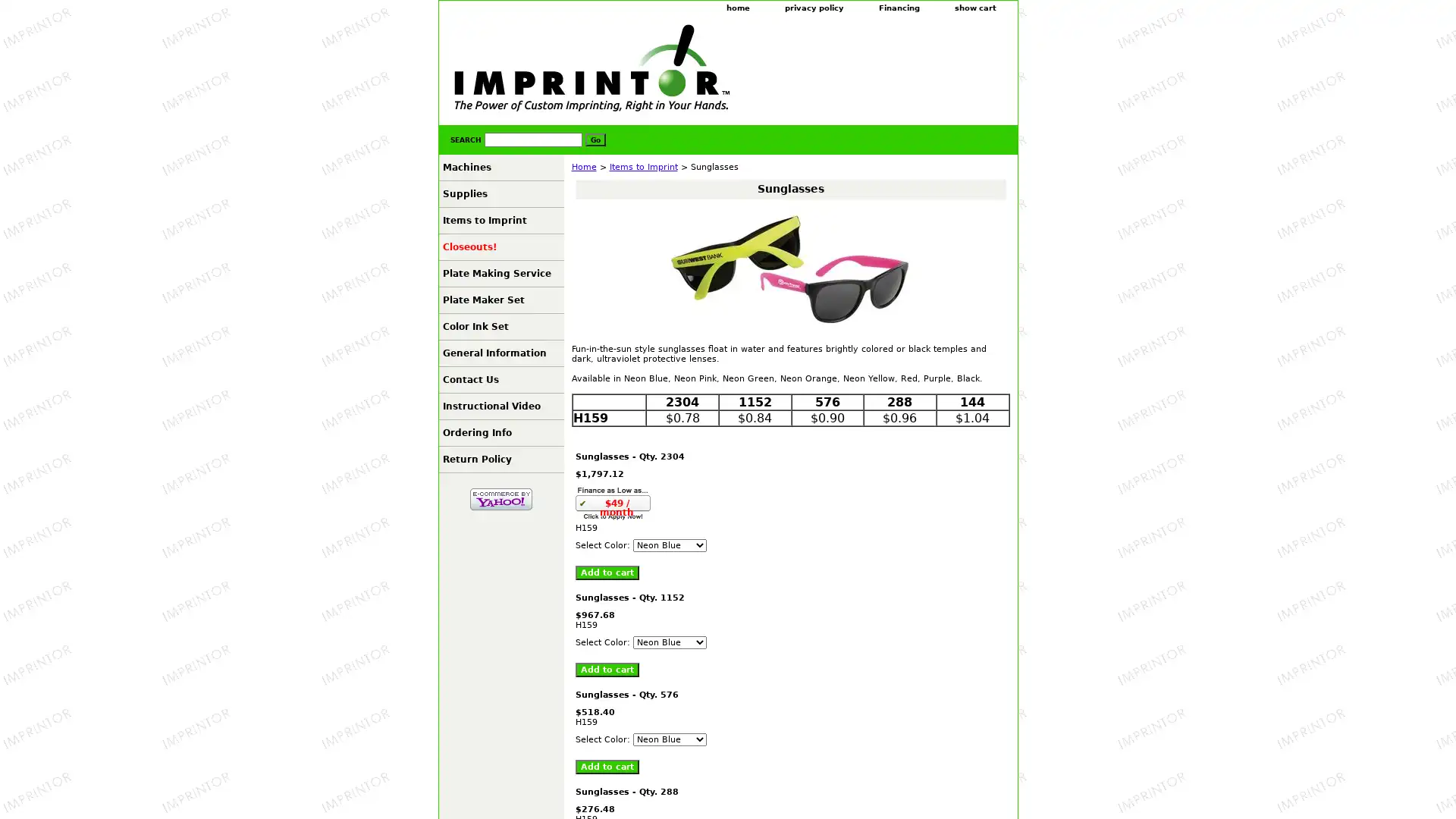 The height and width of the screenshot is (819, 1456). Describe the element at coordinates (607, 669) in the screenshot. I see `Add to cart` at that location.